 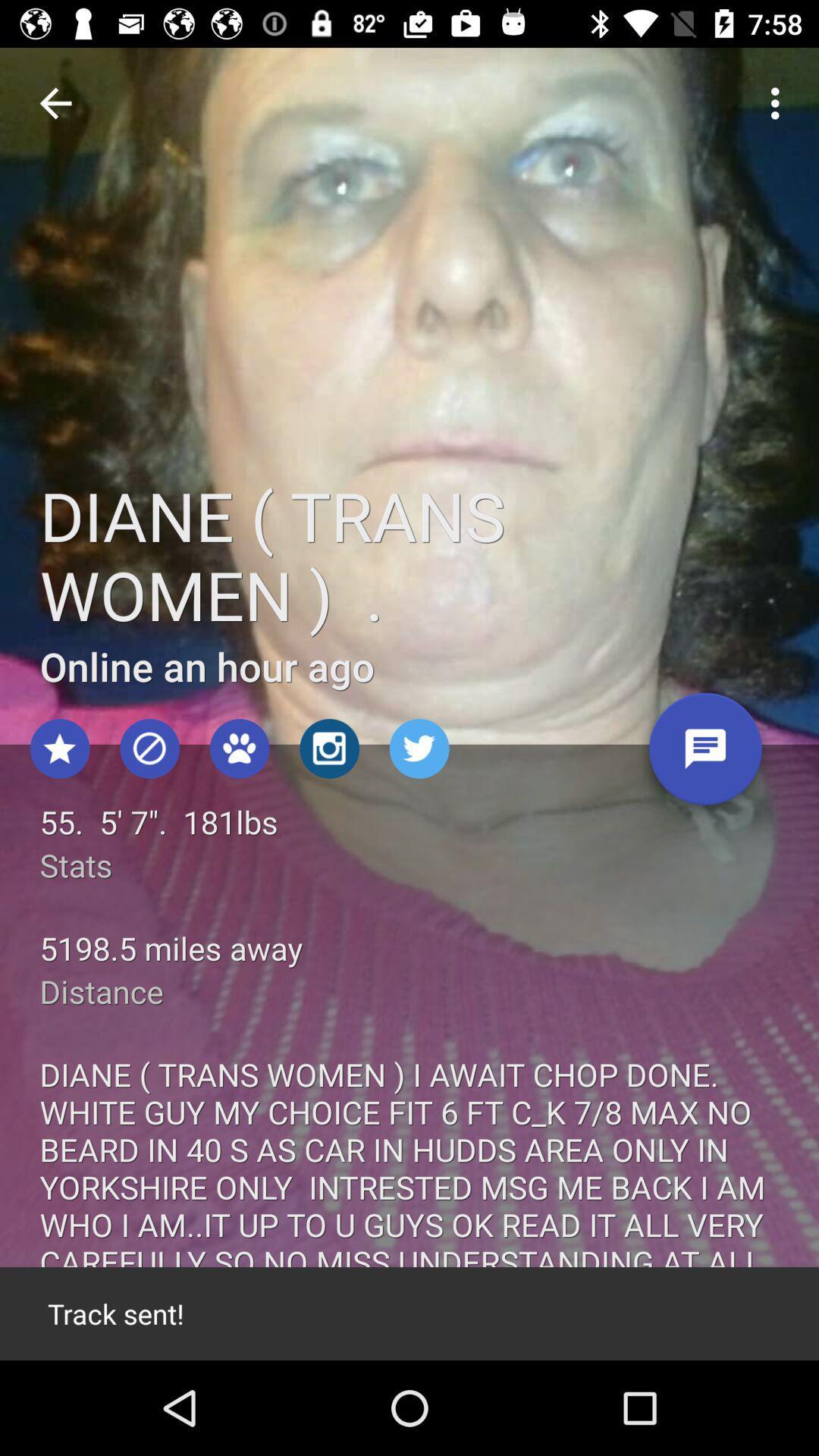 What do you see at coordinates (419, 748) in the screenshot?
I see `the twitter icon` at bounding box center [419, 748].